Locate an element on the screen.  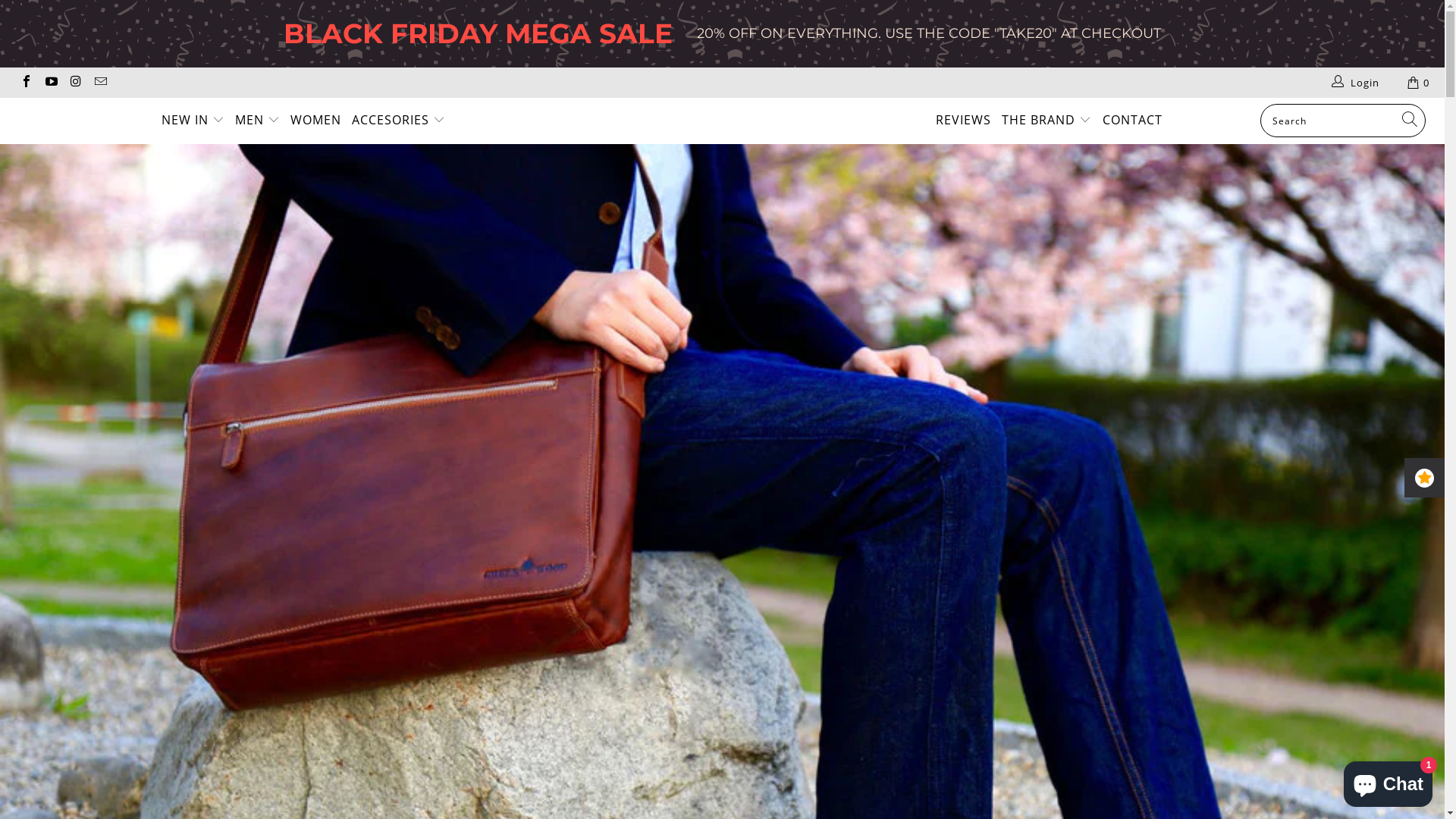
'ACCESORIES' is located at coordinates (398, 119).